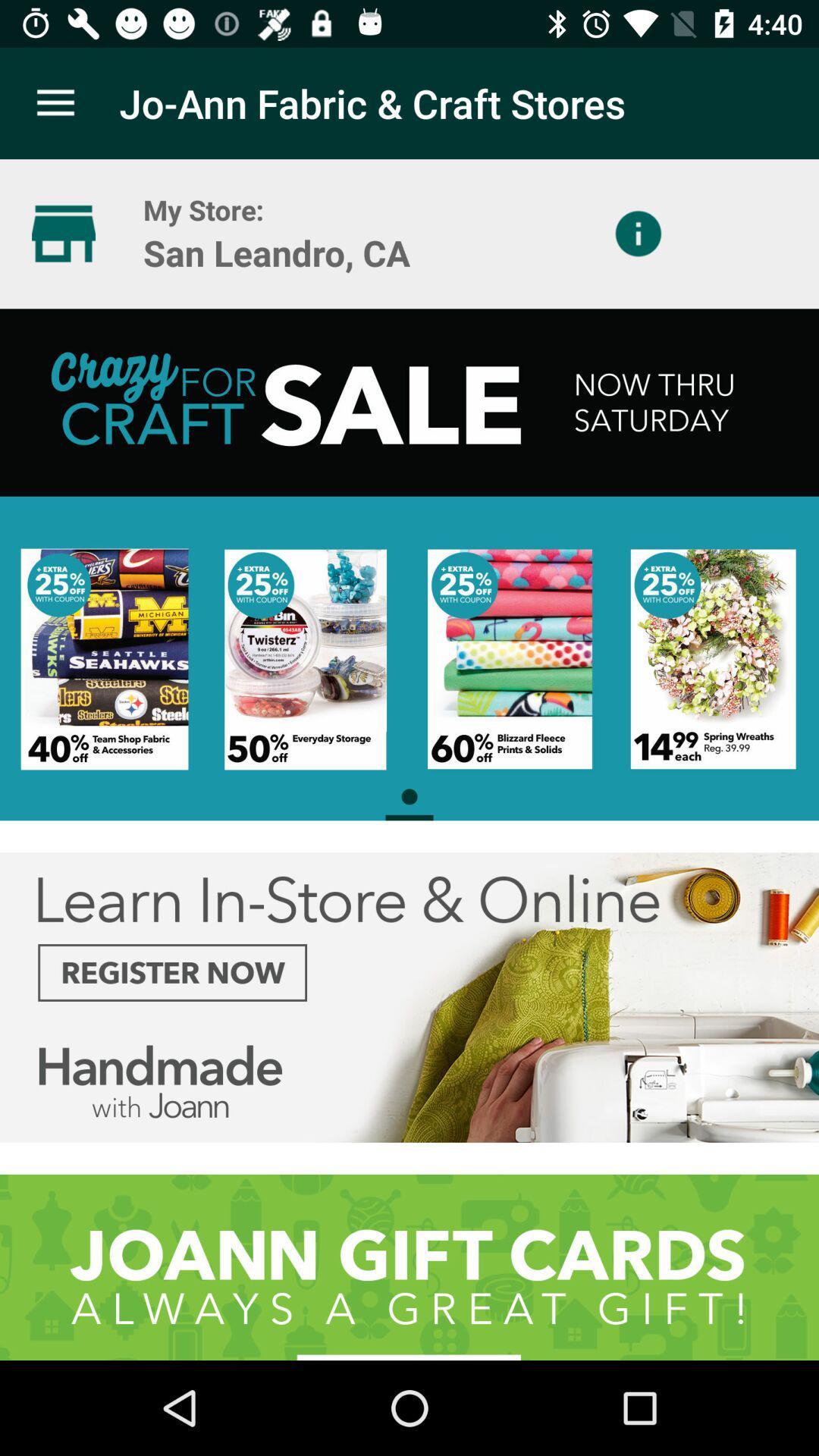 The height and width of the screenshot is (1456, 819). I want to click on the icon next to jo ann fabric, so click(55, 102).